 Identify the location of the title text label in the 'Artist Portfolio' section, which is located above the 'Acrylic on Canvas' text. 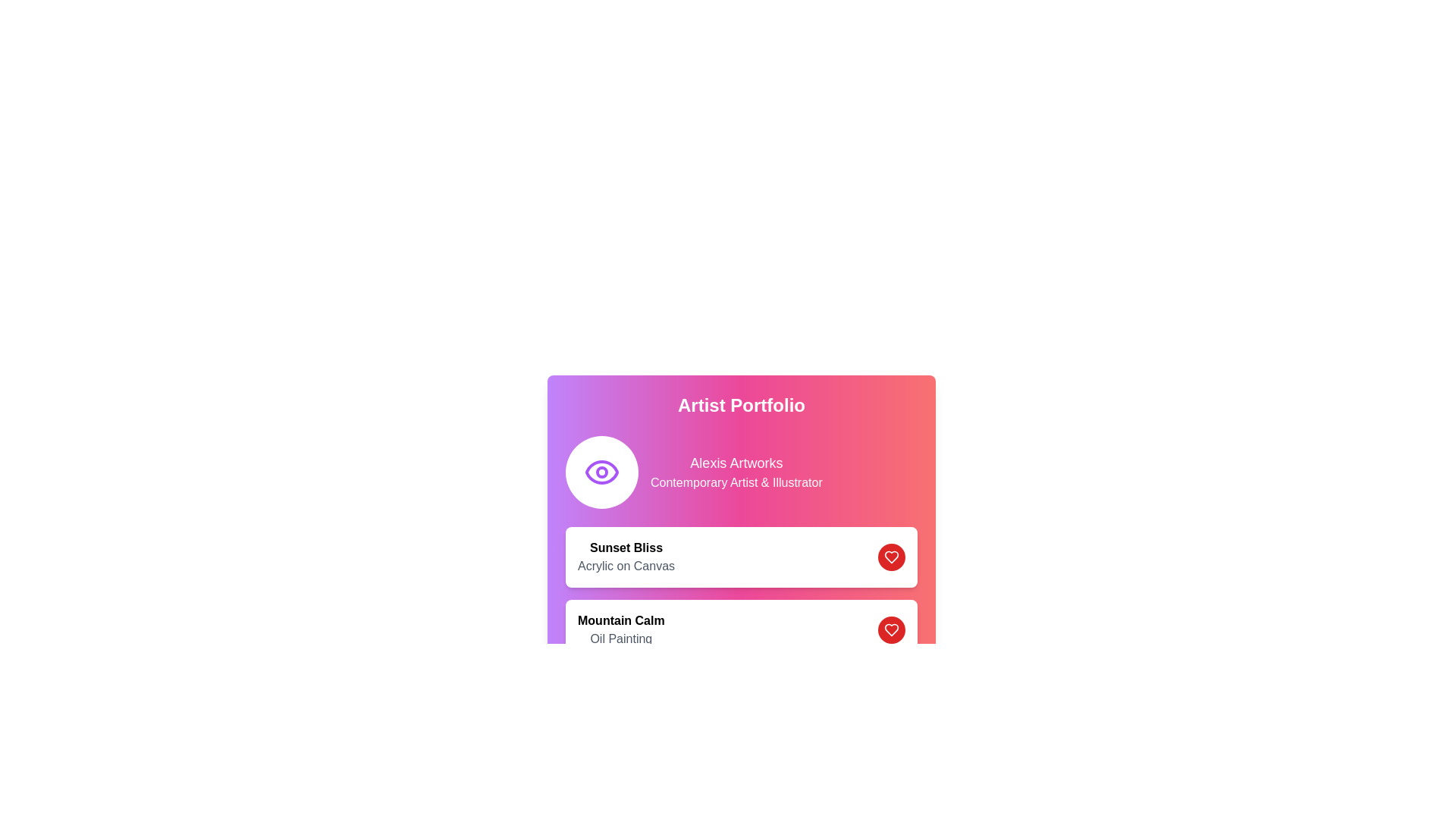
(626, 548).